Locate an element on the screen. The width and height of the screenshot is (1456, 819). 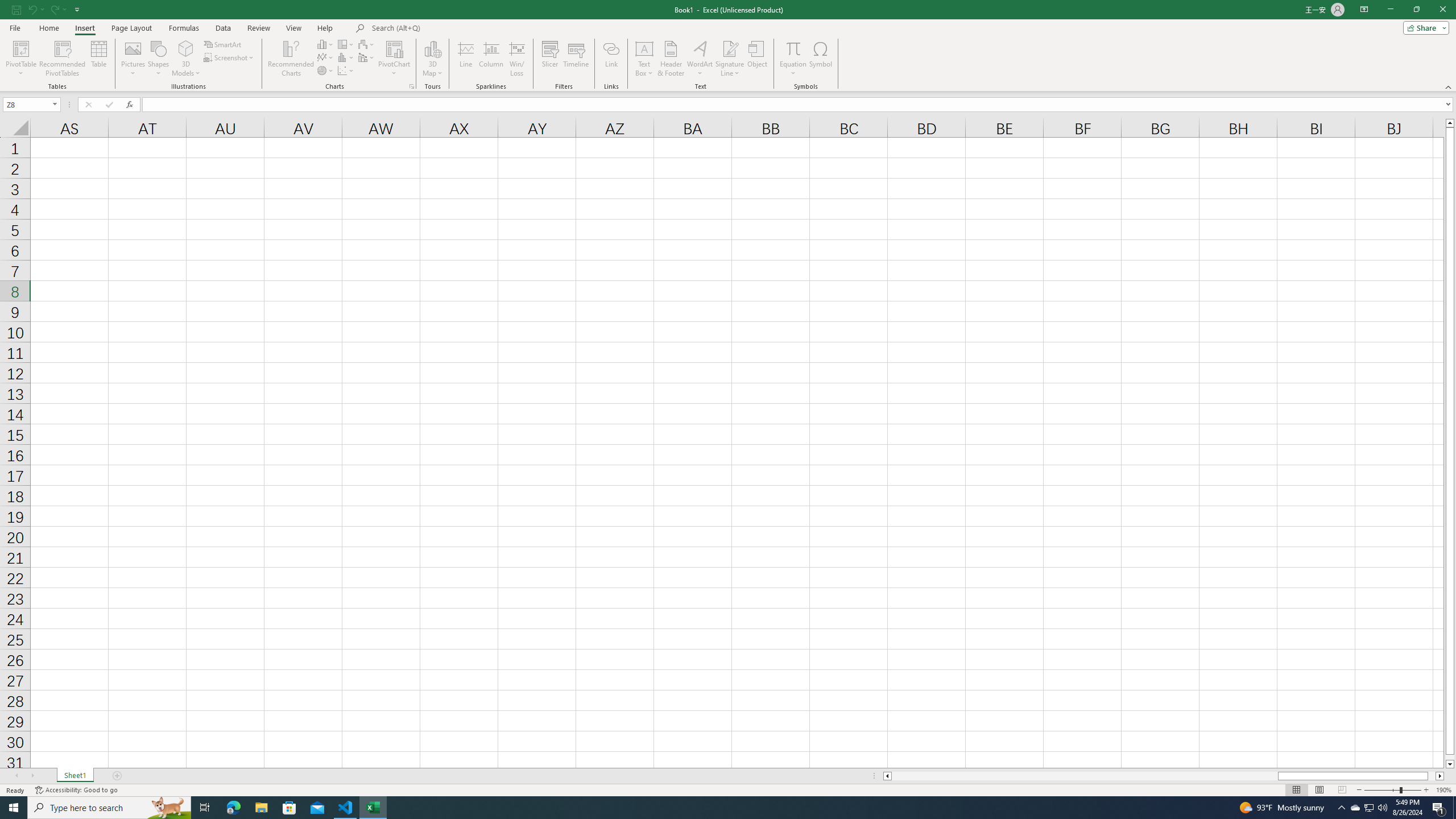
'Signature Line' is located at coordinates (730, 48).